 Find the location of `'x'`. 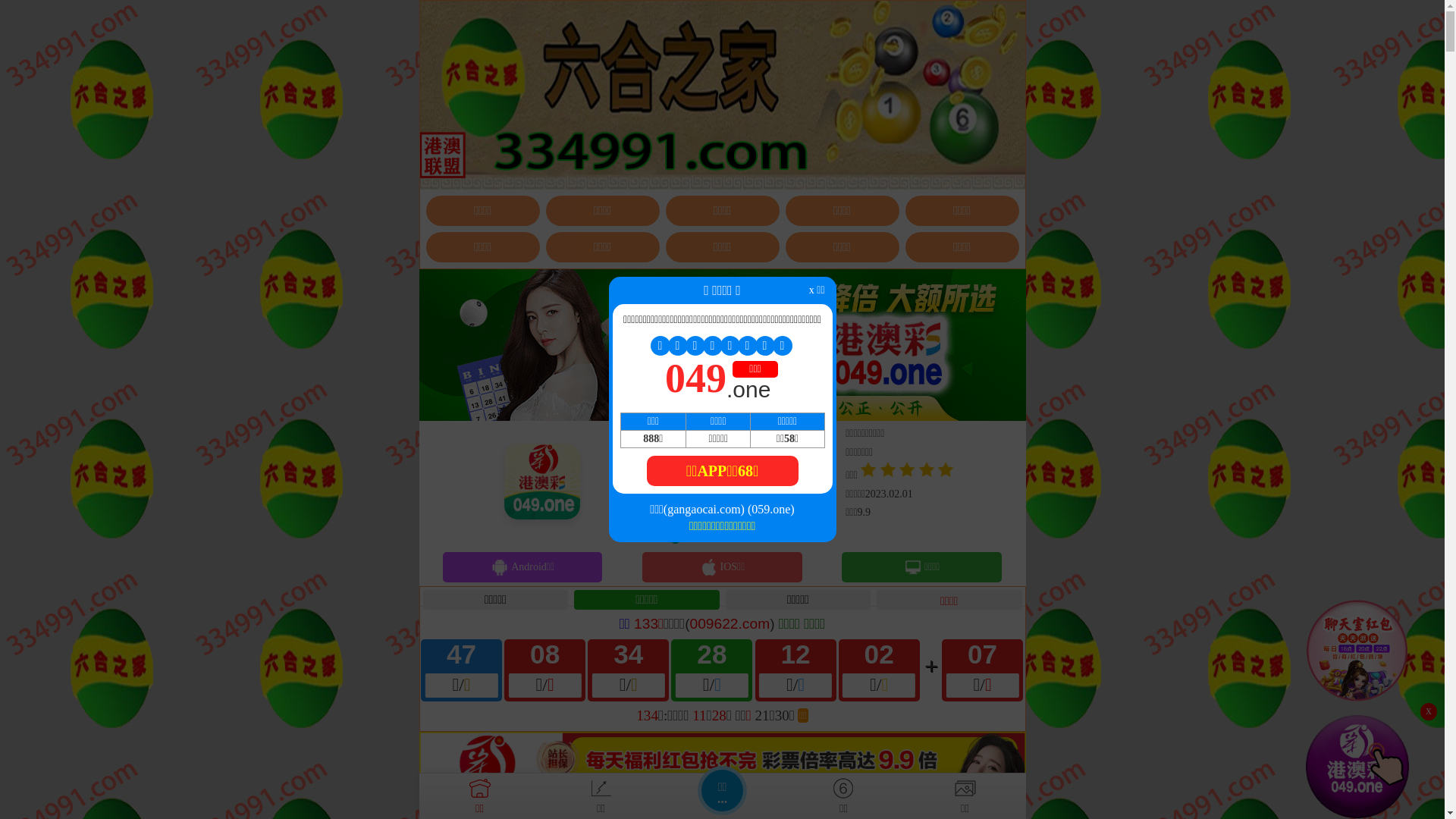

'x' is located at coordinates (1427, 711).